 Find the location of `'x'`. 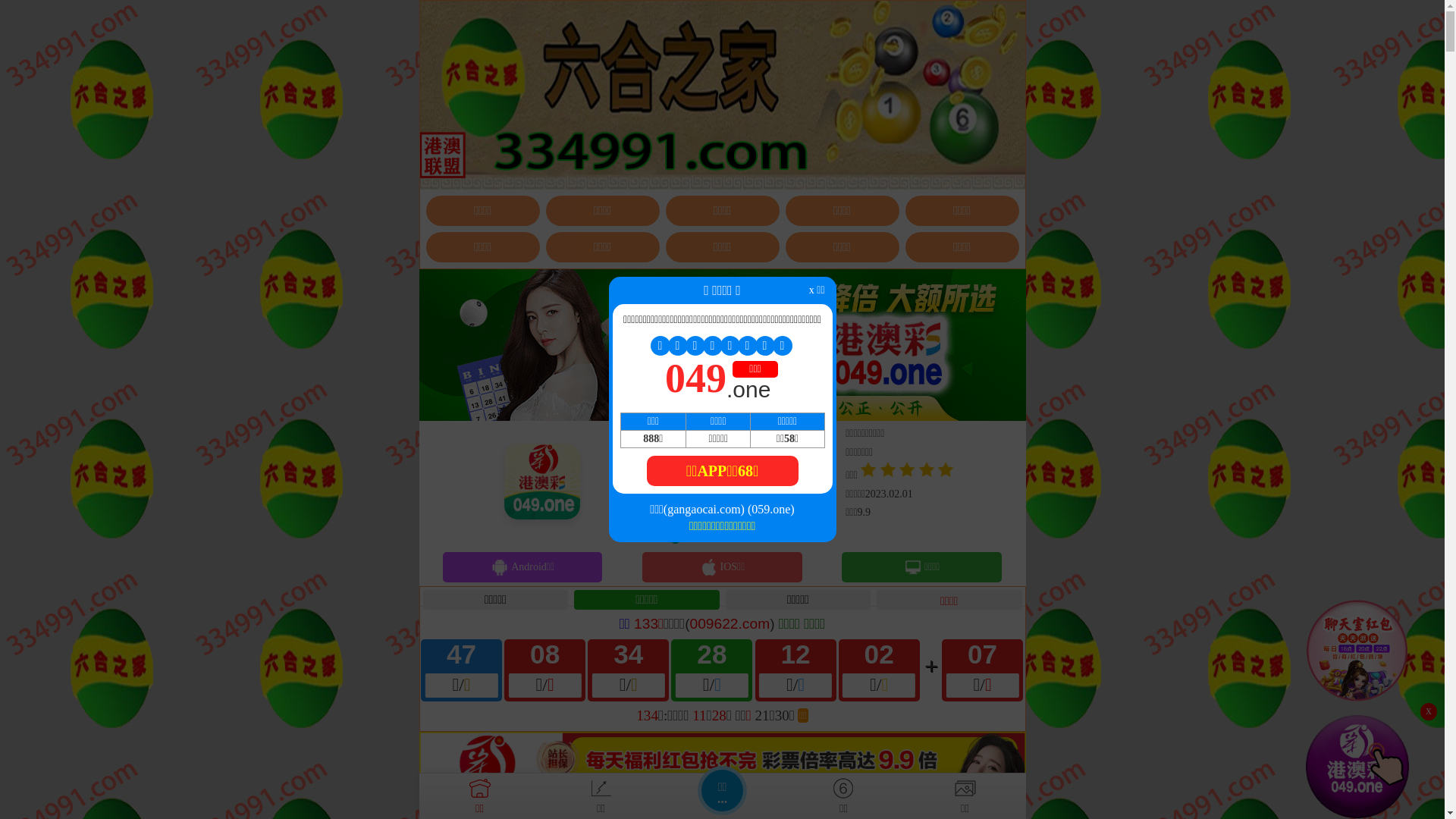

'x' is located at coordinates (1427, 711).